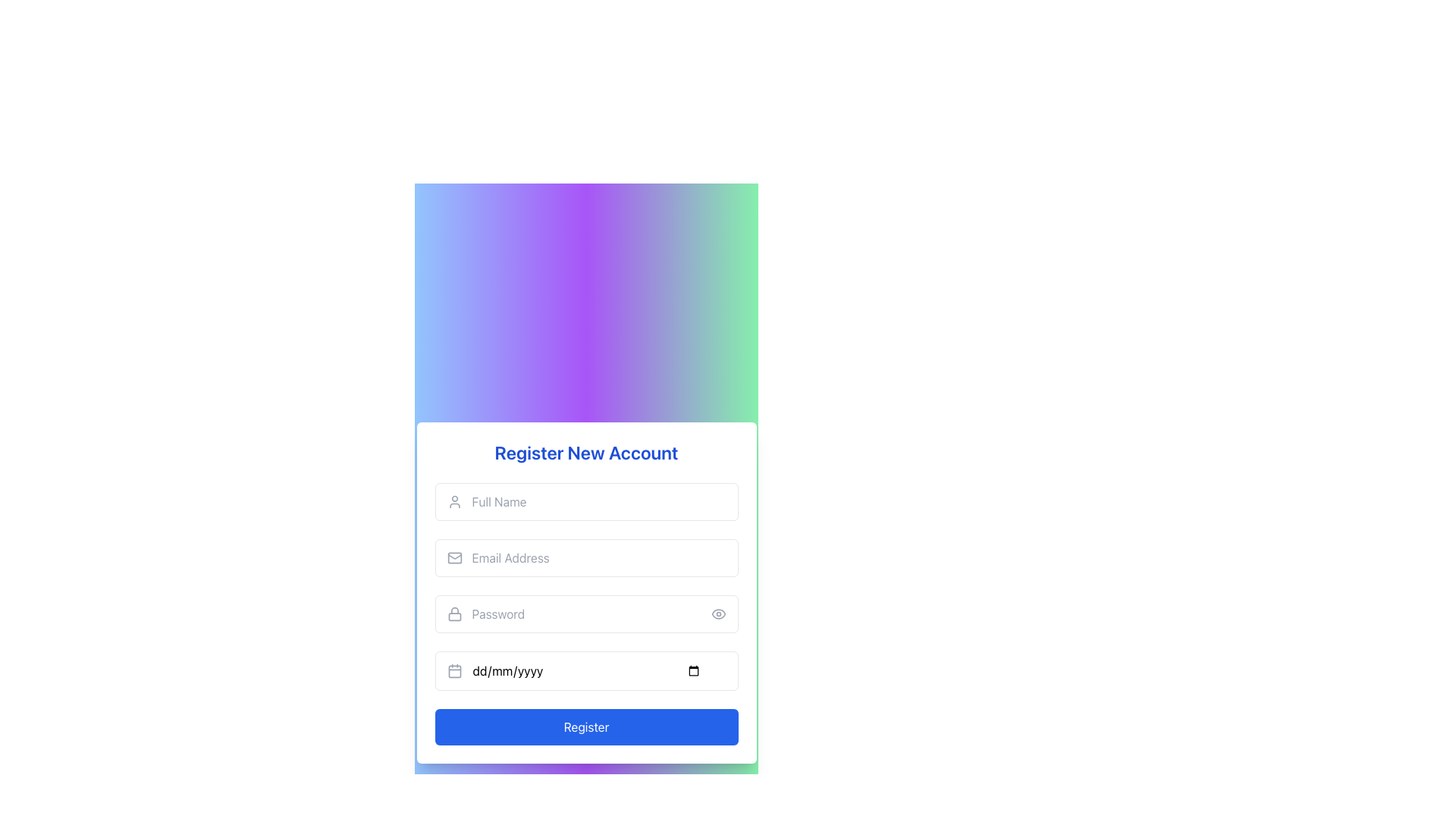 This screenshot has height=819, width=1456. I want to click on the security icon located to the left of the 'Password' input field in the registration form, which symbolizes security and privacy, so click(453, 614).